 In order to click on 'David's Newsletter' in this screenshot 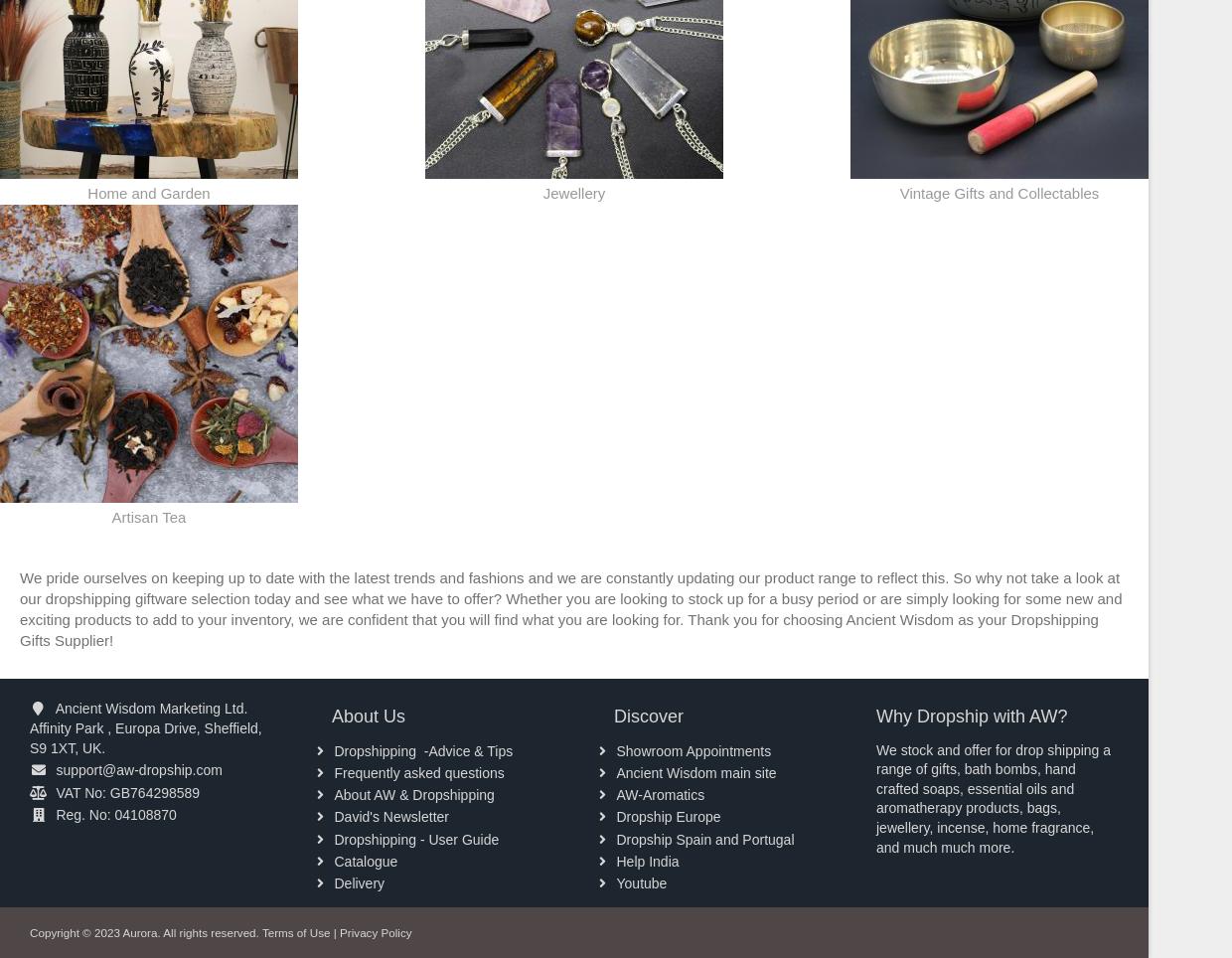, I will do `click(390, 816)`.